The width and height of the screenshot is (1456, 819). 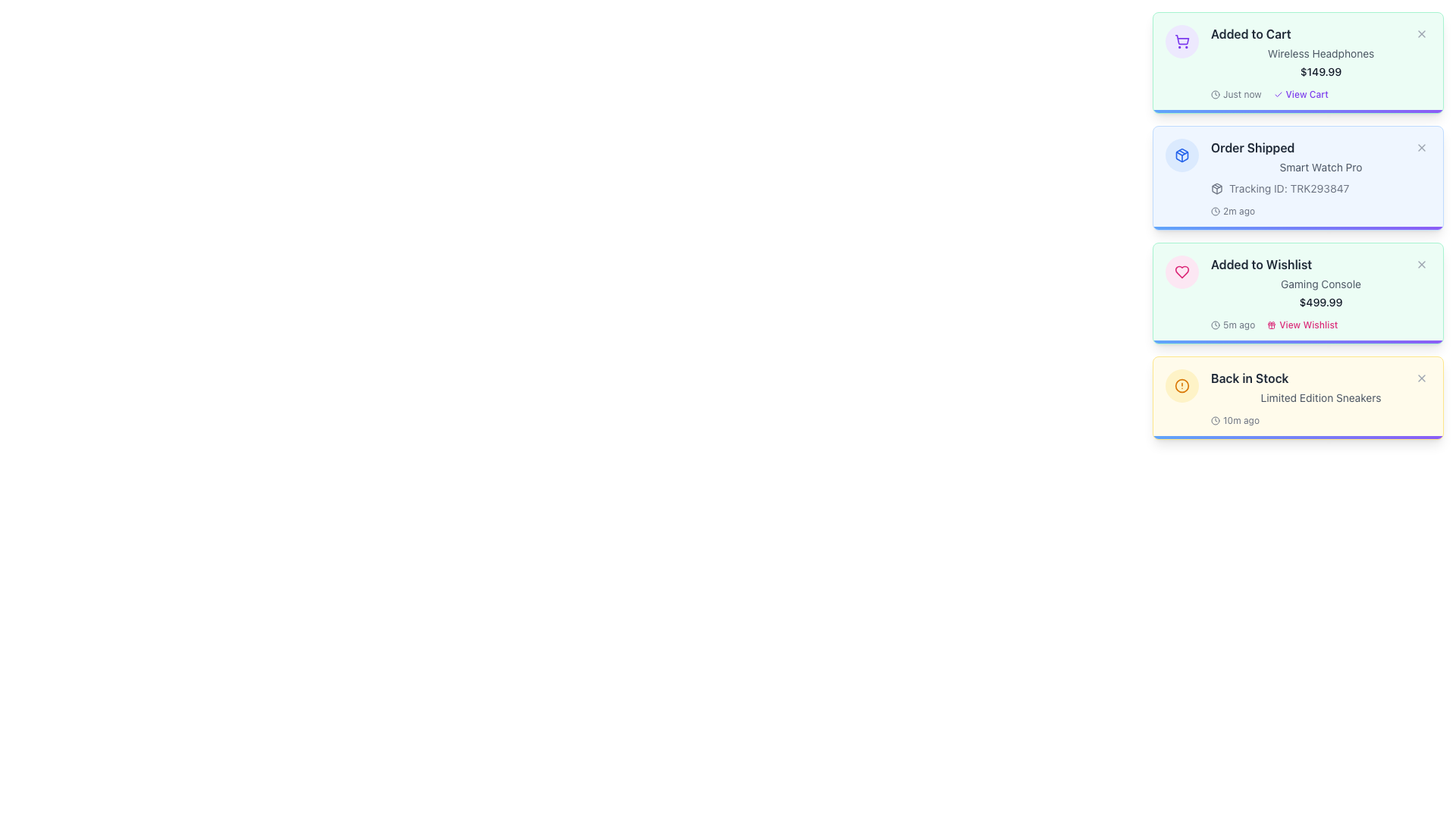 I want to click on the static text label that contains the text 'Gaming Console', which is located under the 'Added to Wishlist' heading and above the price '$499.99', so click(x=1320, y=284).